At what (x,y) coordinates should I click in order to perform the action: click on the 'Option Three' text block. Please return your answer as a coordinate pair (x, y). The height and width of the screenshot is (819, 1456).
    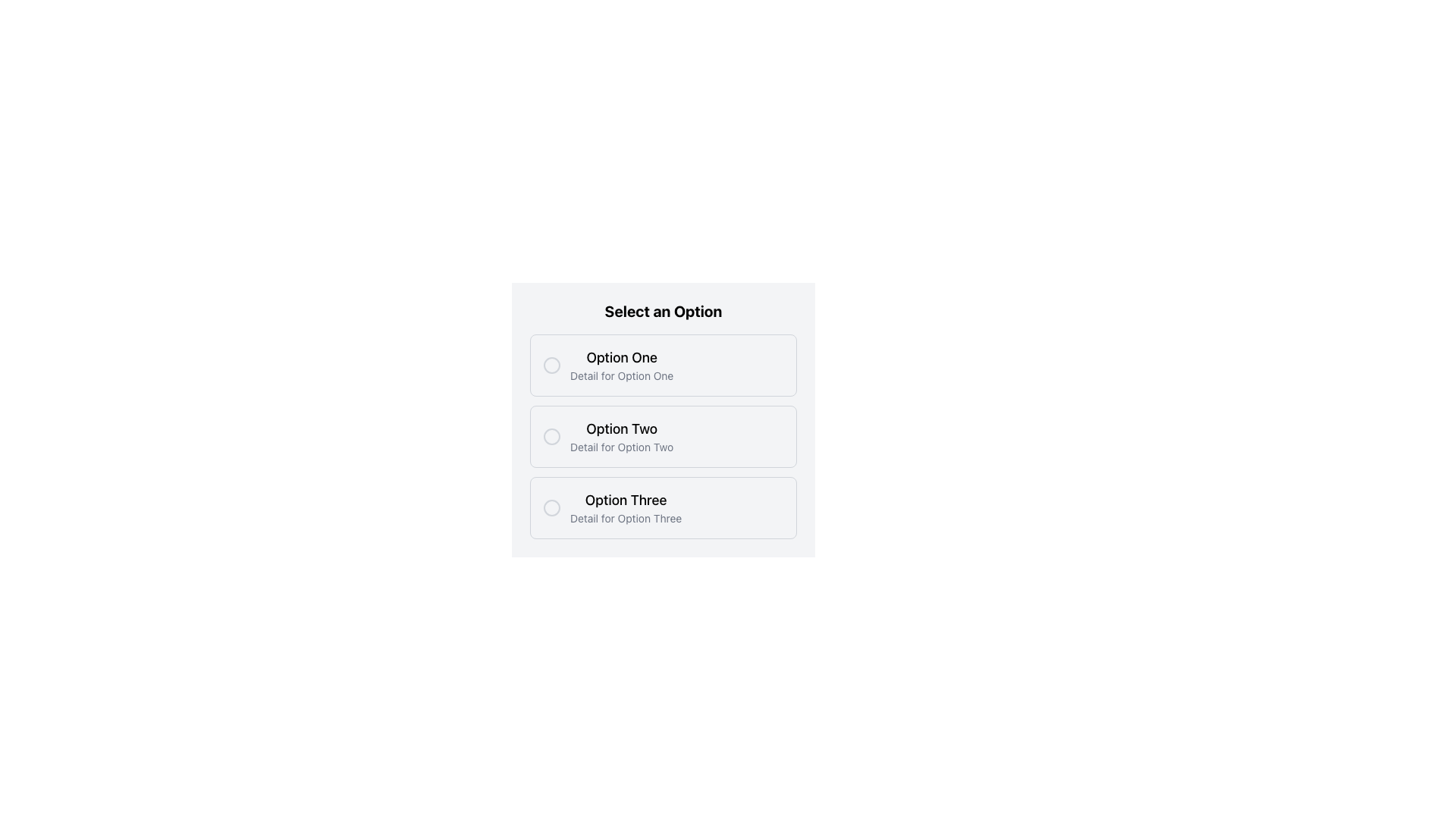
    Looking at the image, I should click on (626, 508).